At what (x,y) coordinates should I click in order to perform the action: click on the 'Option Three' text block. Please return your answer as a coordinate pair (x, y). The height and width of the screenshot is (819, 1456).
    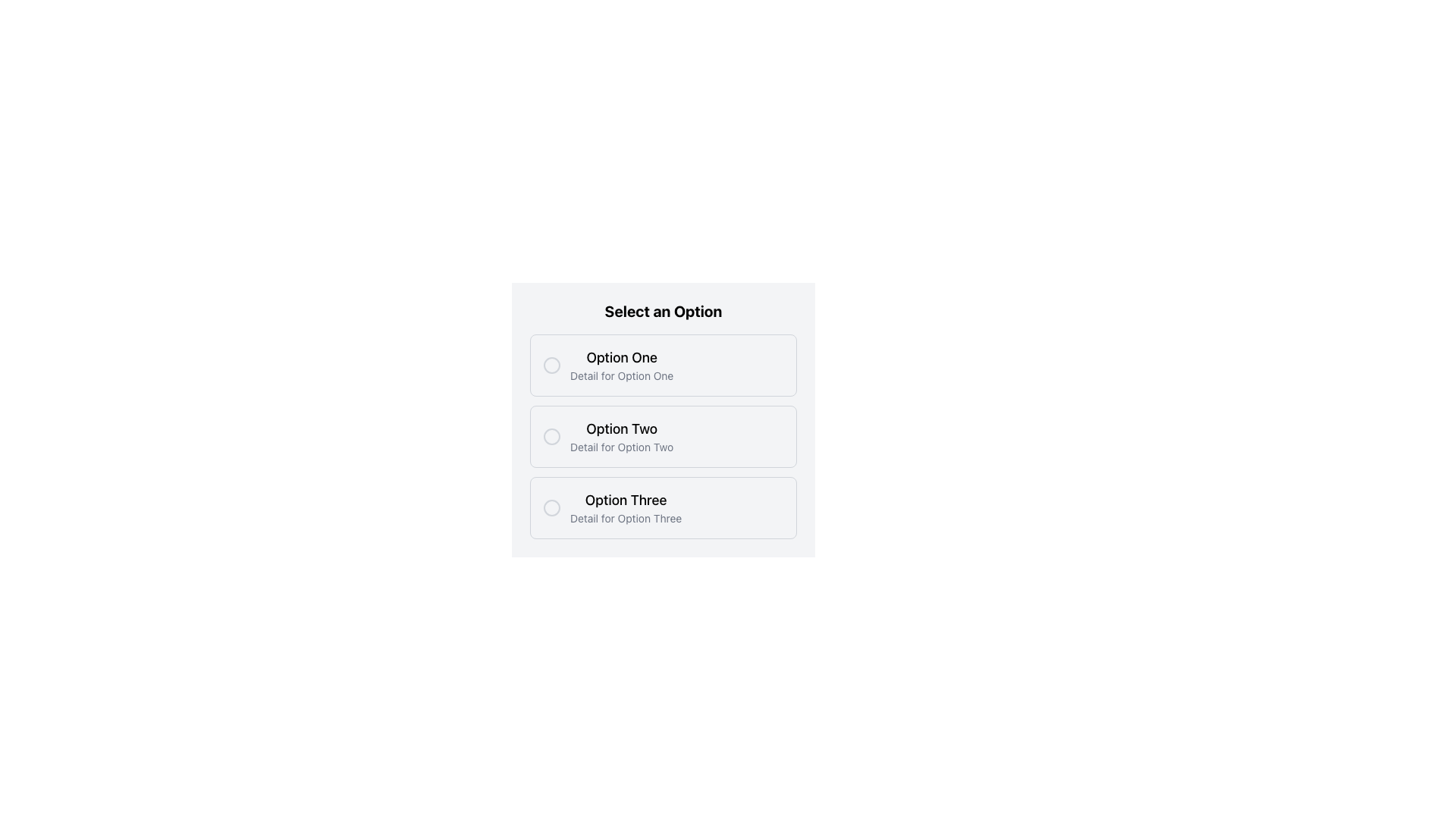
    Looking at the image, I should click on (626, 508).